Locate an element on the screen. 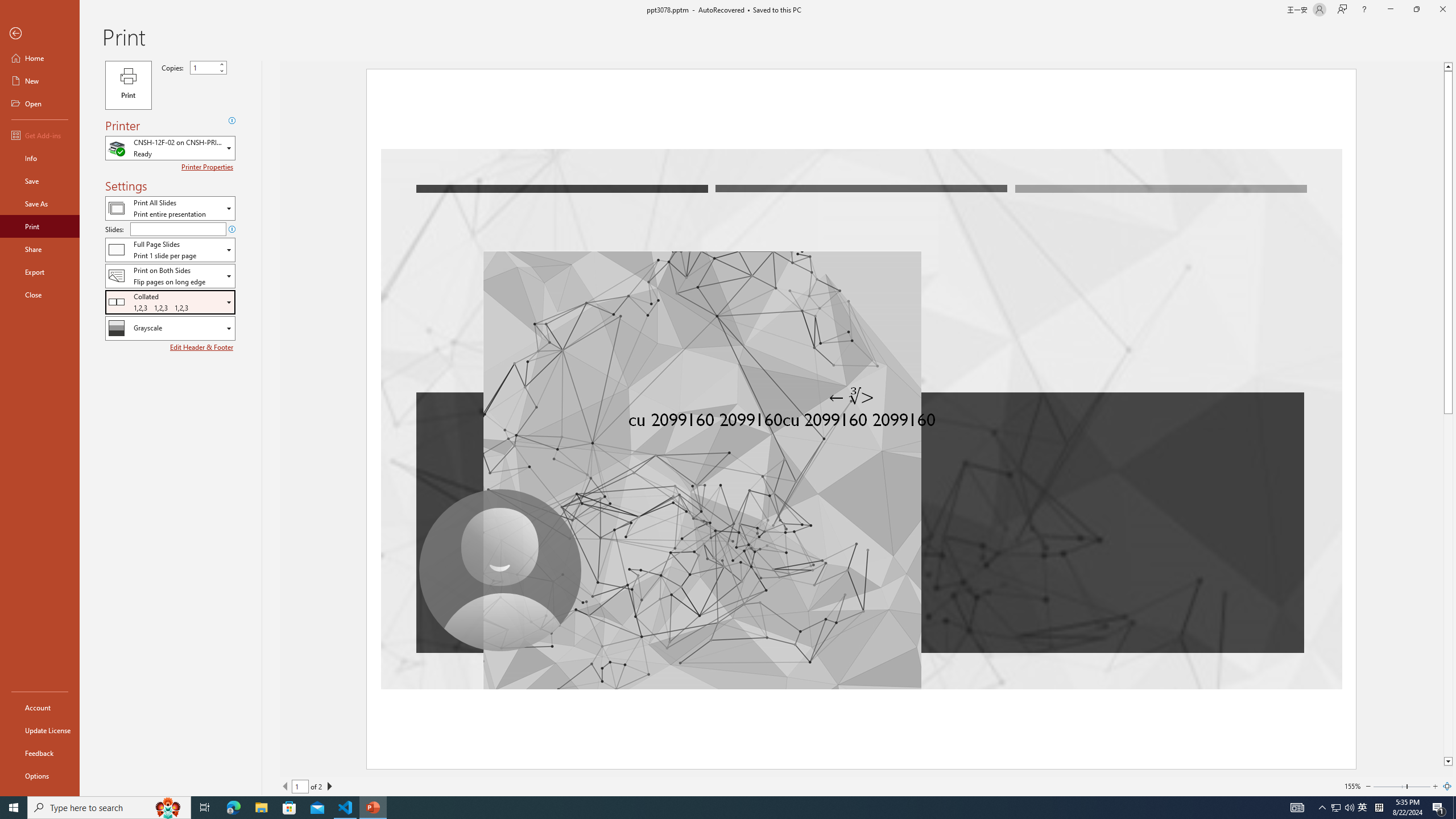 The width and height of the screenshot is (1456, 819). 'Account' is located at coordinates (39, 708).